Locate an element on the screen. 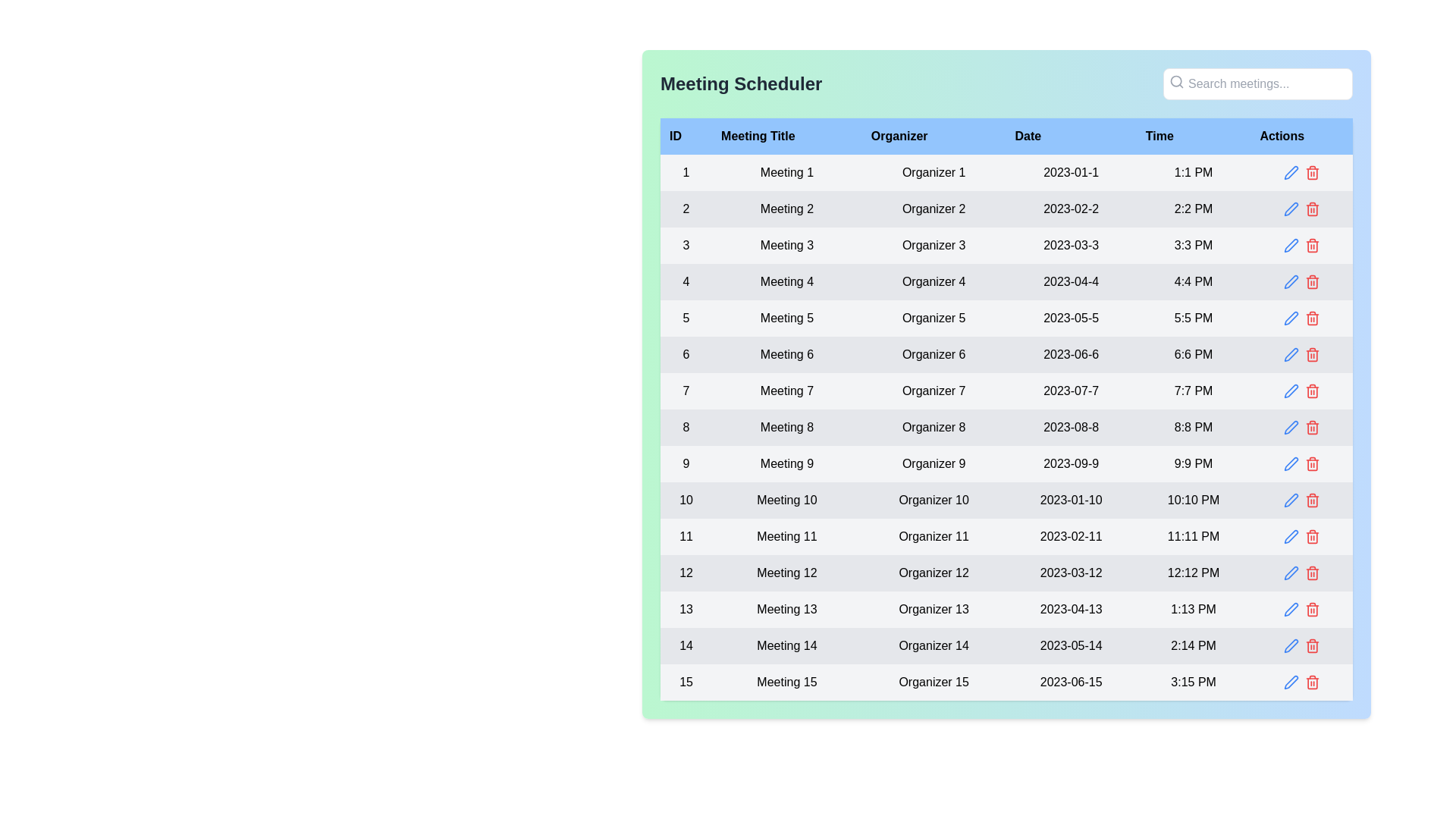 This screenshot has height=819, width=1456. the text label displaying 'Meeting 10' in the 'Meeting Title' column of the row labeled with ID '10' is located at coordinates (786, 500).